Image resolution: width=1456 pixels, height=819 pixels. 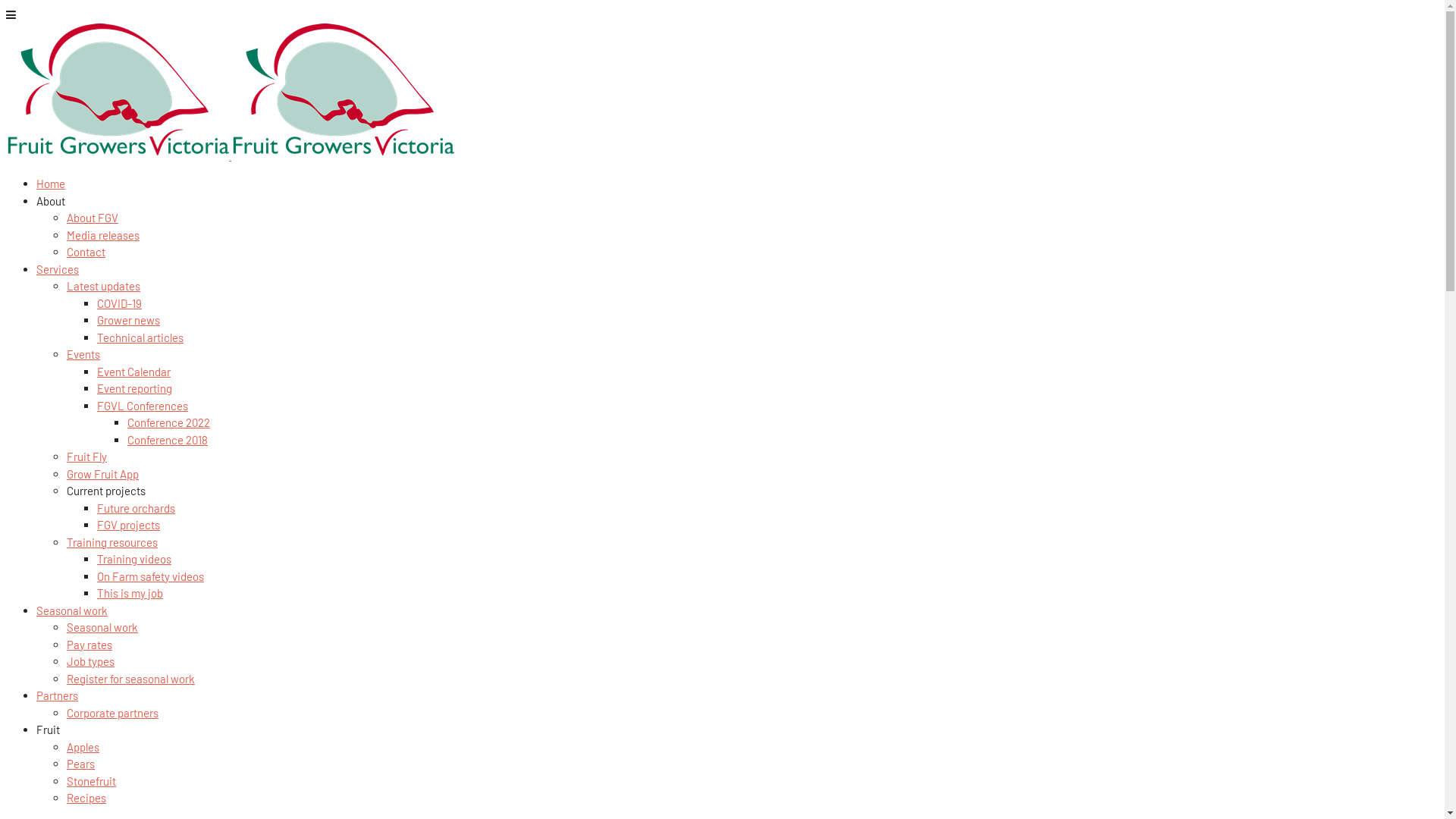 I want to click on 'Conference 2022', so click(x=168, y=422).